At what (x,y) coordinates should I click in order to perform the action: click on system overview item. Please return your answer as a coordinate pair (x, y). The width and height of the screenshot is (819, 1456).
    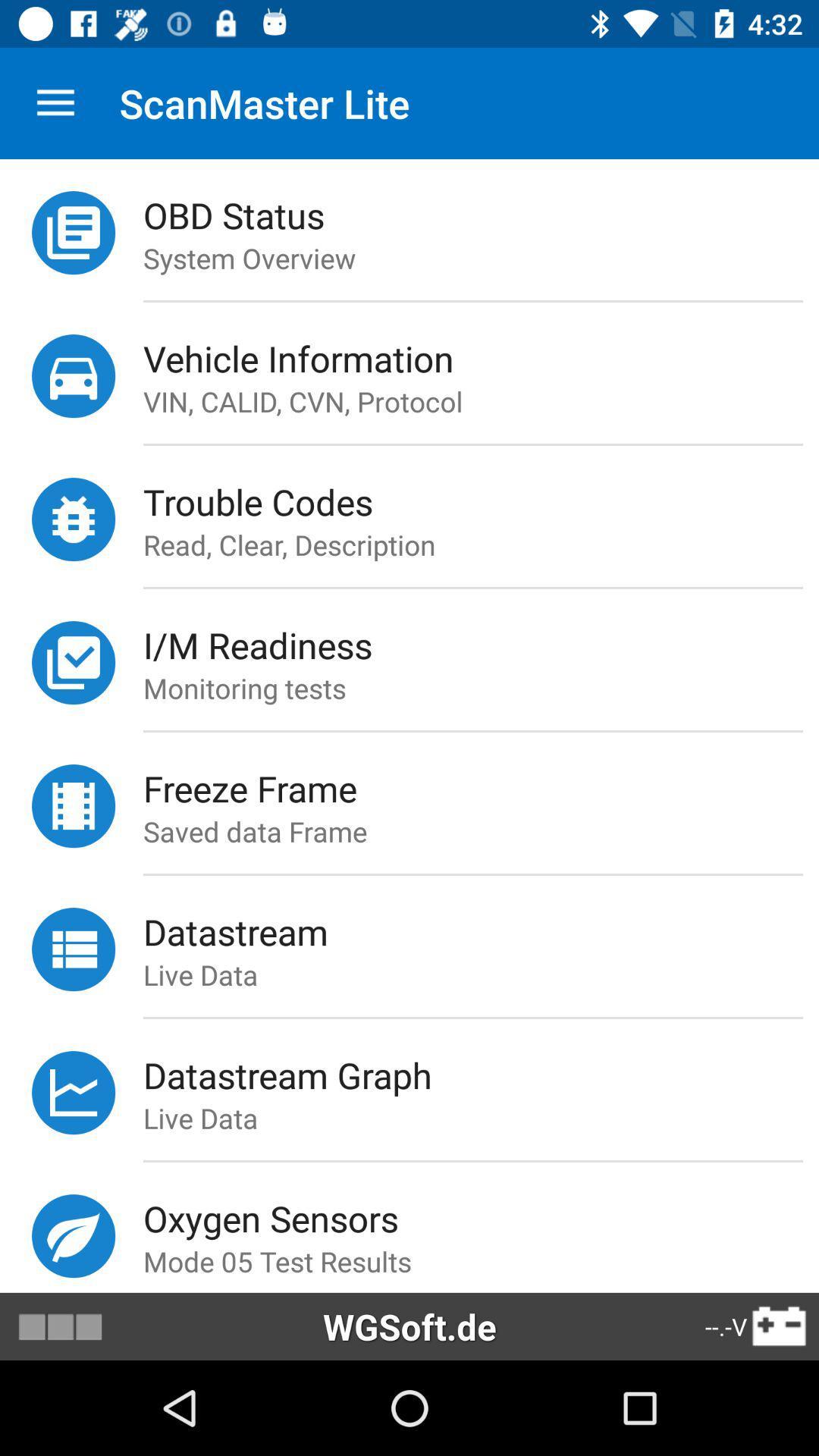
    Looking at the image, I should click on (481, 258).